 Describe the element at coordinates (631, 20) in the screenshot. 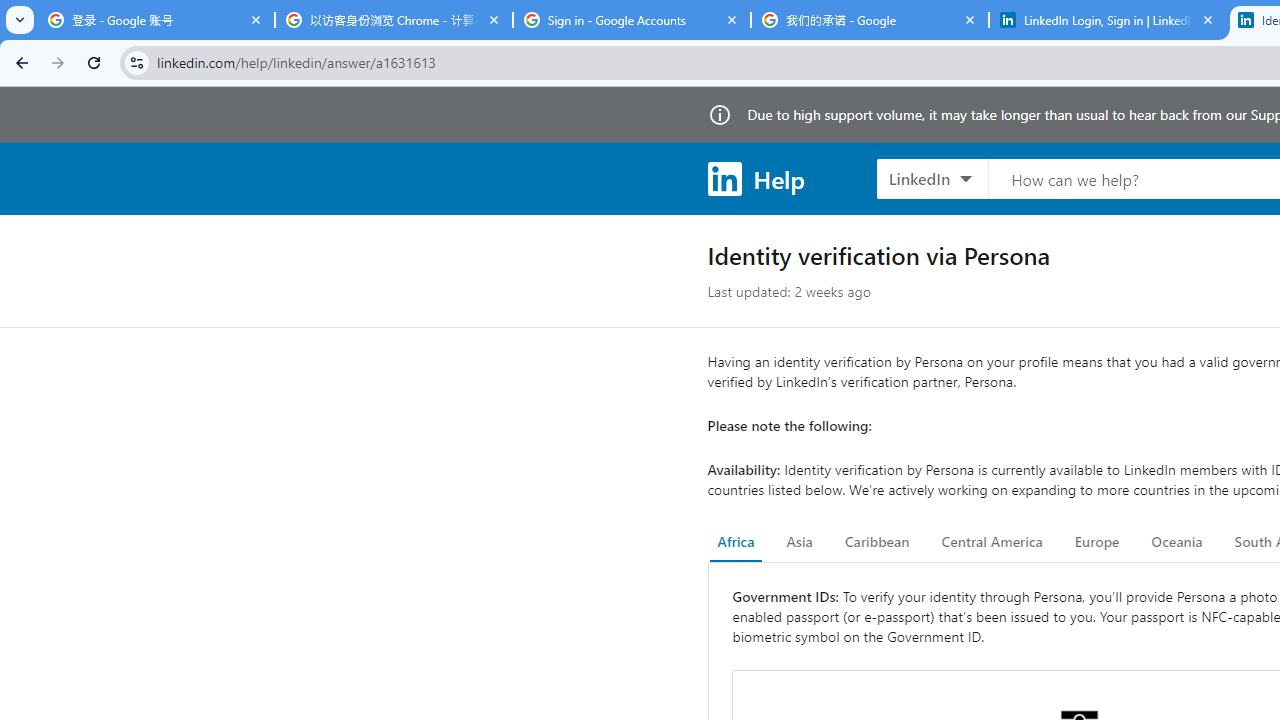

I see `'Sign in - Google Accounts'` at that location.